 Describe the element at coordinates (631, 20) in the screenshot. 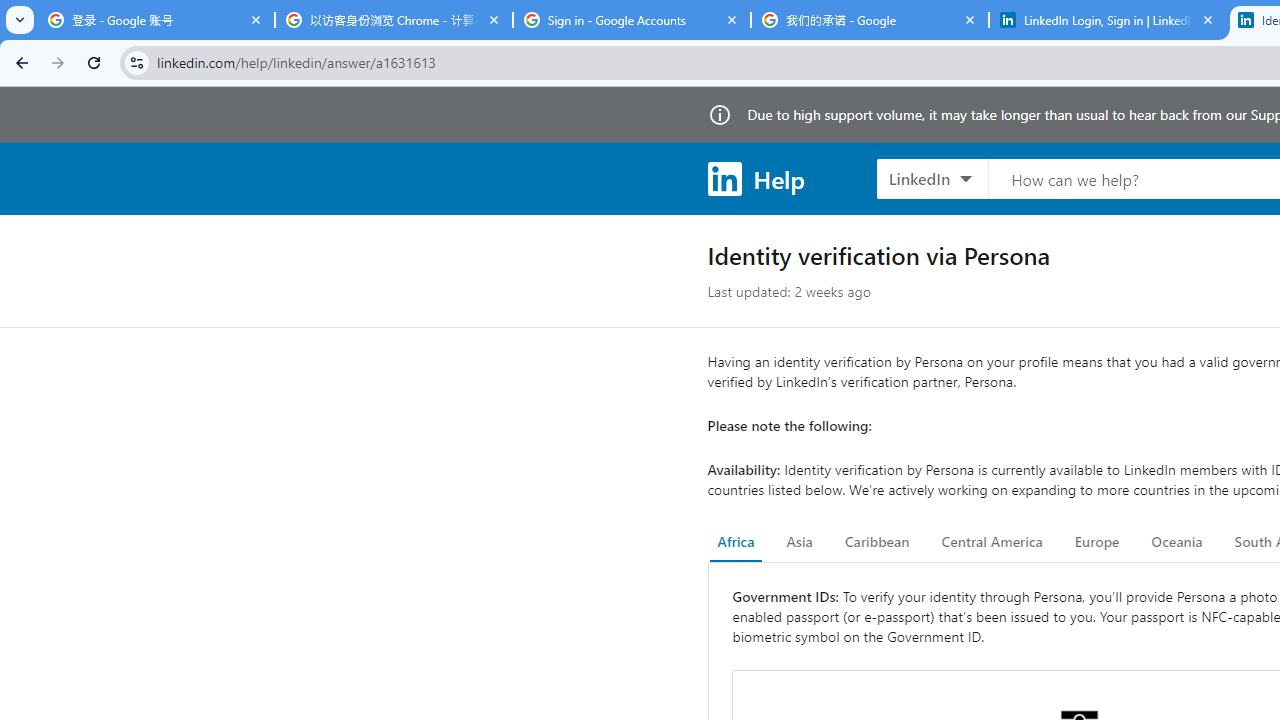

I see `'Sign in - Google Accounts'` at that location.